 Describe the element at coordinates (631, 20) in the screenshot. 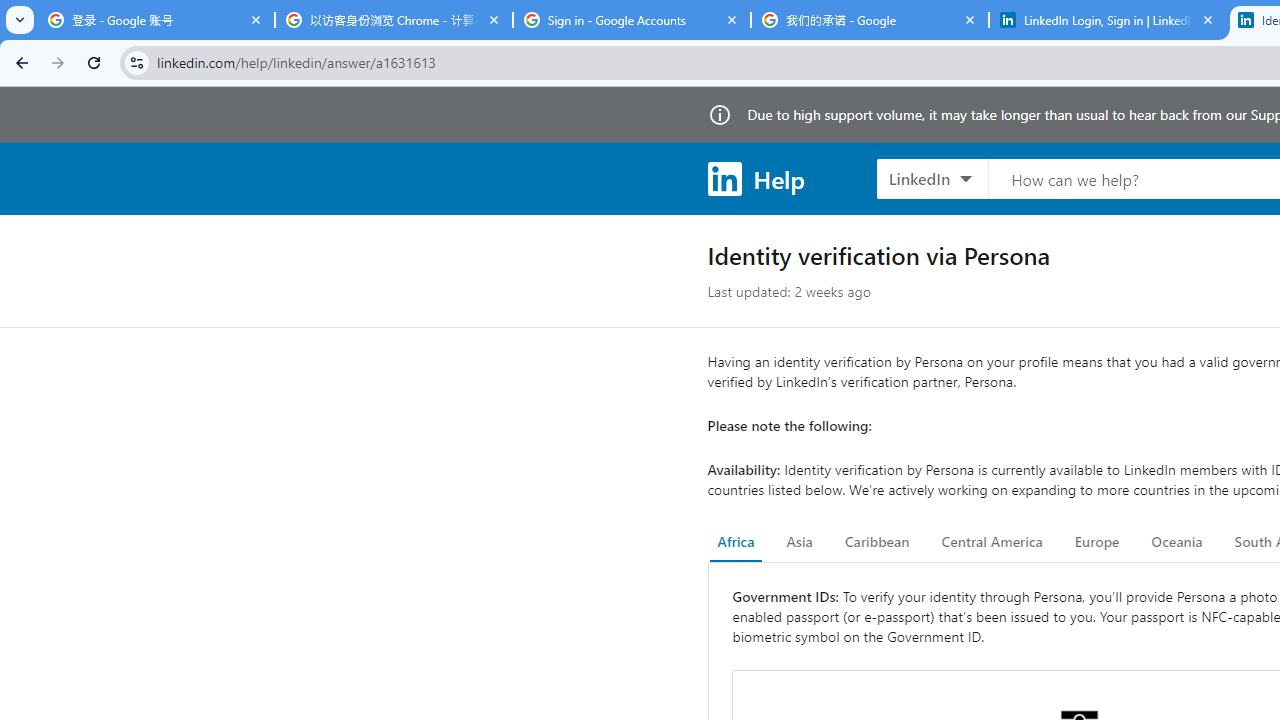

I see `'Sign in - Google Accounts'` at that location.